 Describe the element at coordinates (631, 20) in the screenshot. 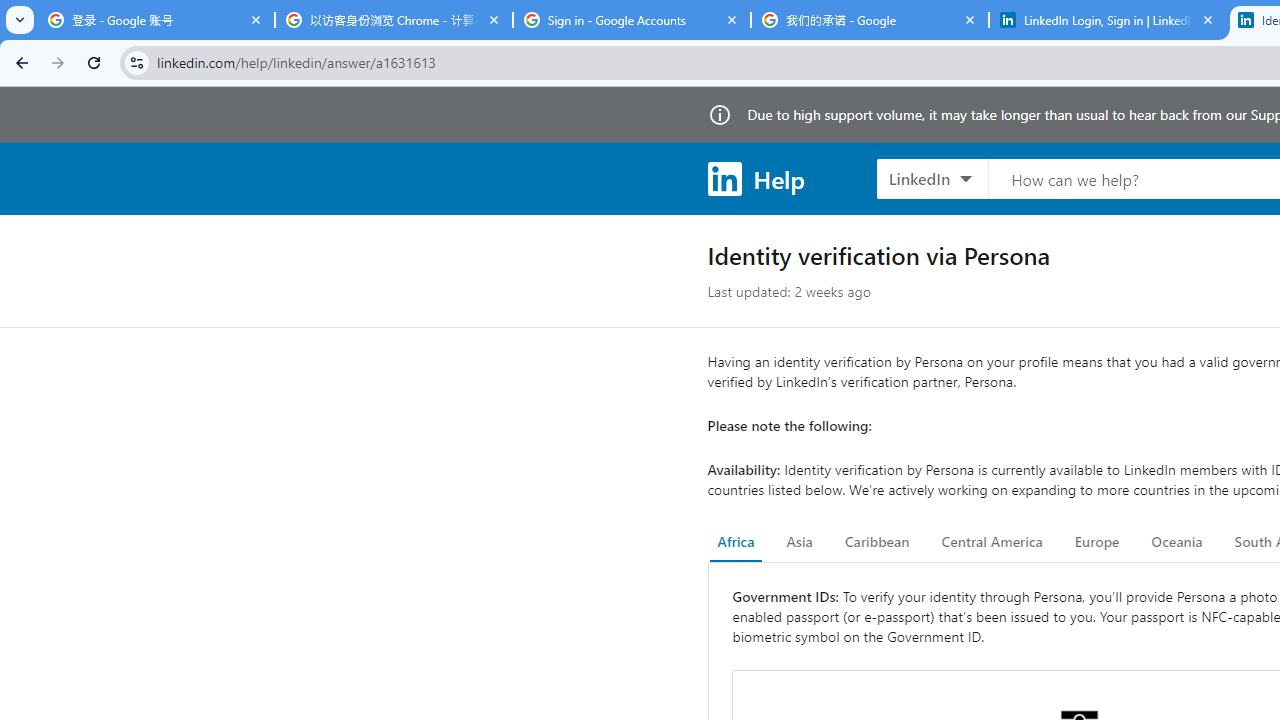

I see `'Sign in - Google Accounts'` at that location.